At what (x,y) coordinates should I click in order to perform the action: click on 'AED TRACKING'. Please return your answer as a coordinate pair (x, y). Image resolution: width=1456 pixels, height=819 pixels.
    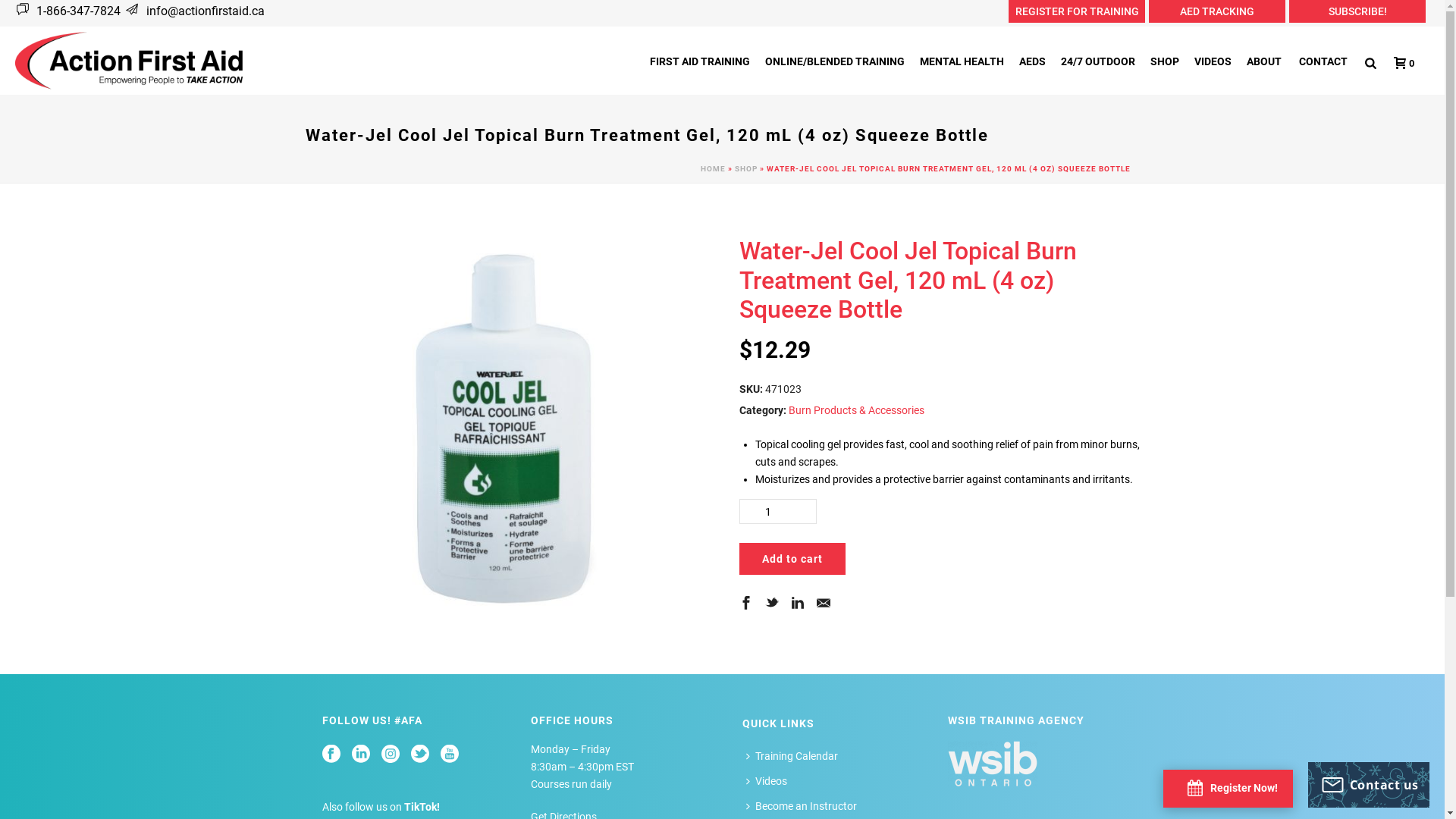
    Looking at the image, I should click on (1216, 11).